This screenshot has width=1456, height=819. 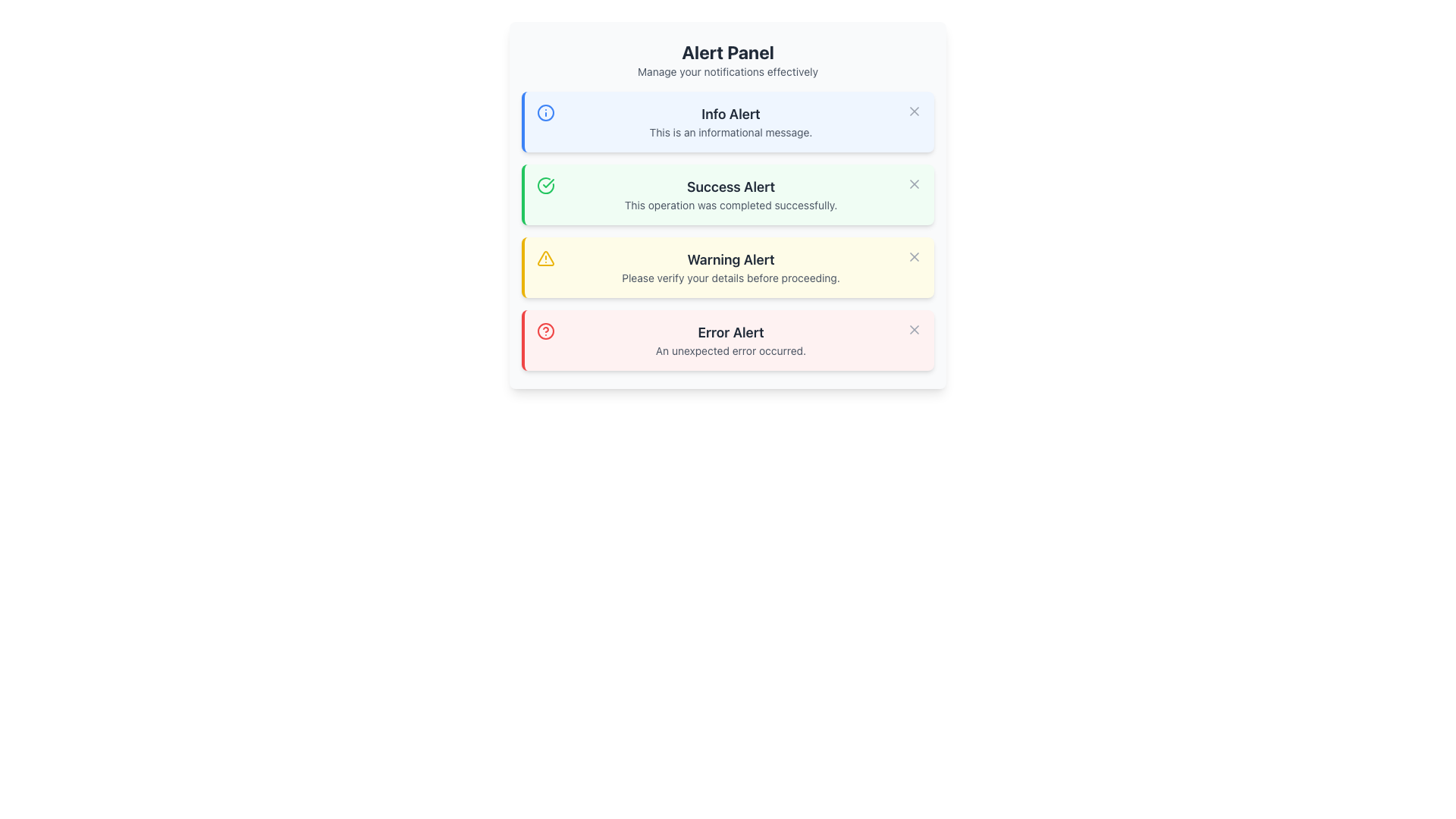 What do you see at coordinates (913, 329) in the screenshot?
I see `the close icon located on the far right side of the 'Error Alert' section` at bounding box center [913, 329].